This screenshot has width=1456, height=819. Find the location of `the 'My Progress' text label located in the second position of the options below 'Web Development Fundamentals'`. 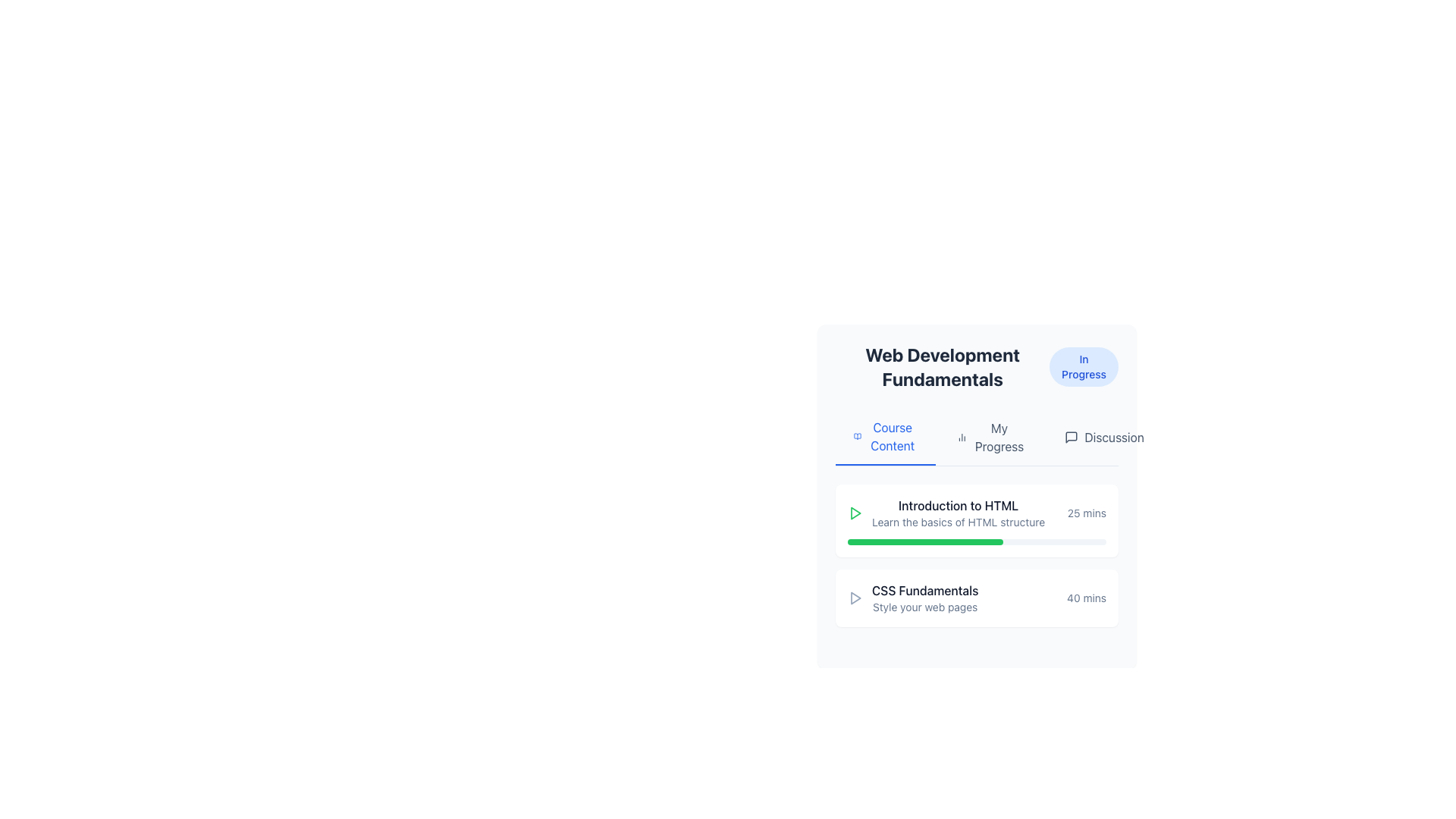

the 'My Progress' text label located in the second position of the options below 'Web Development Fundamentals' is located at coordinates (999, 438).